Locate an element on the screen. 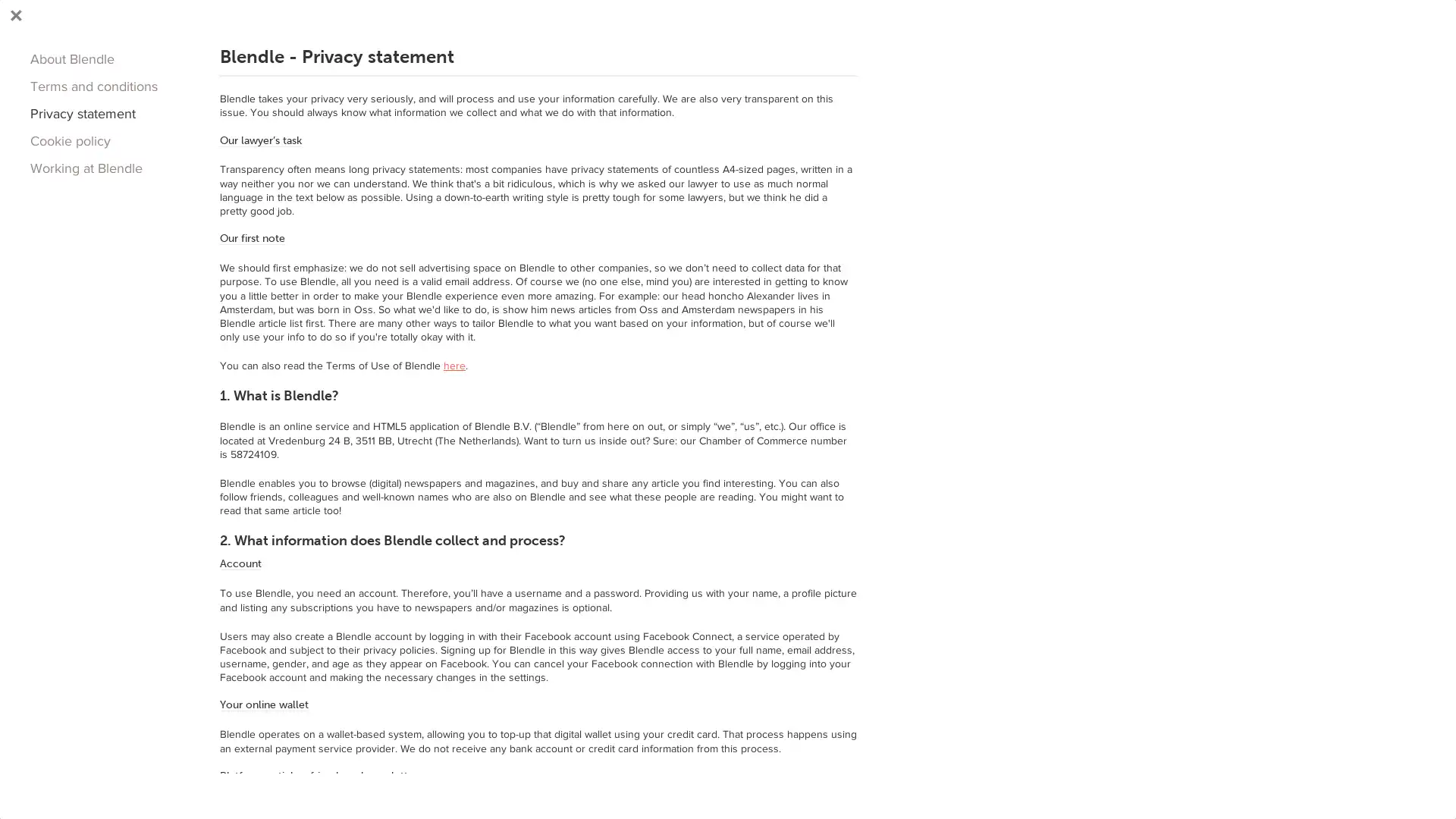 This screenshot has height=819, width=1456. No problem! is located at coordinates (976, 780).